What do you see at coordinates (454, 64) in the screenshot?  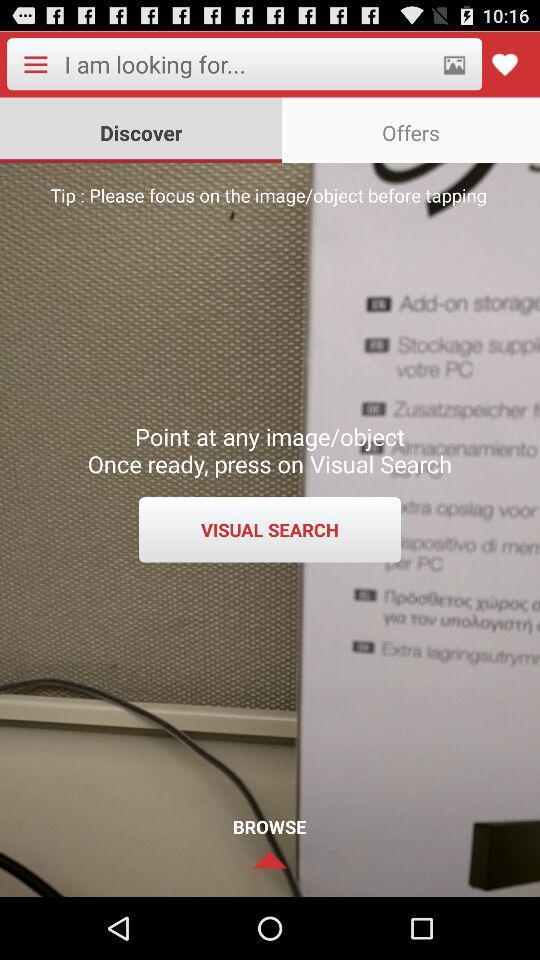 I see `photos` at bounding box center [454, 64].